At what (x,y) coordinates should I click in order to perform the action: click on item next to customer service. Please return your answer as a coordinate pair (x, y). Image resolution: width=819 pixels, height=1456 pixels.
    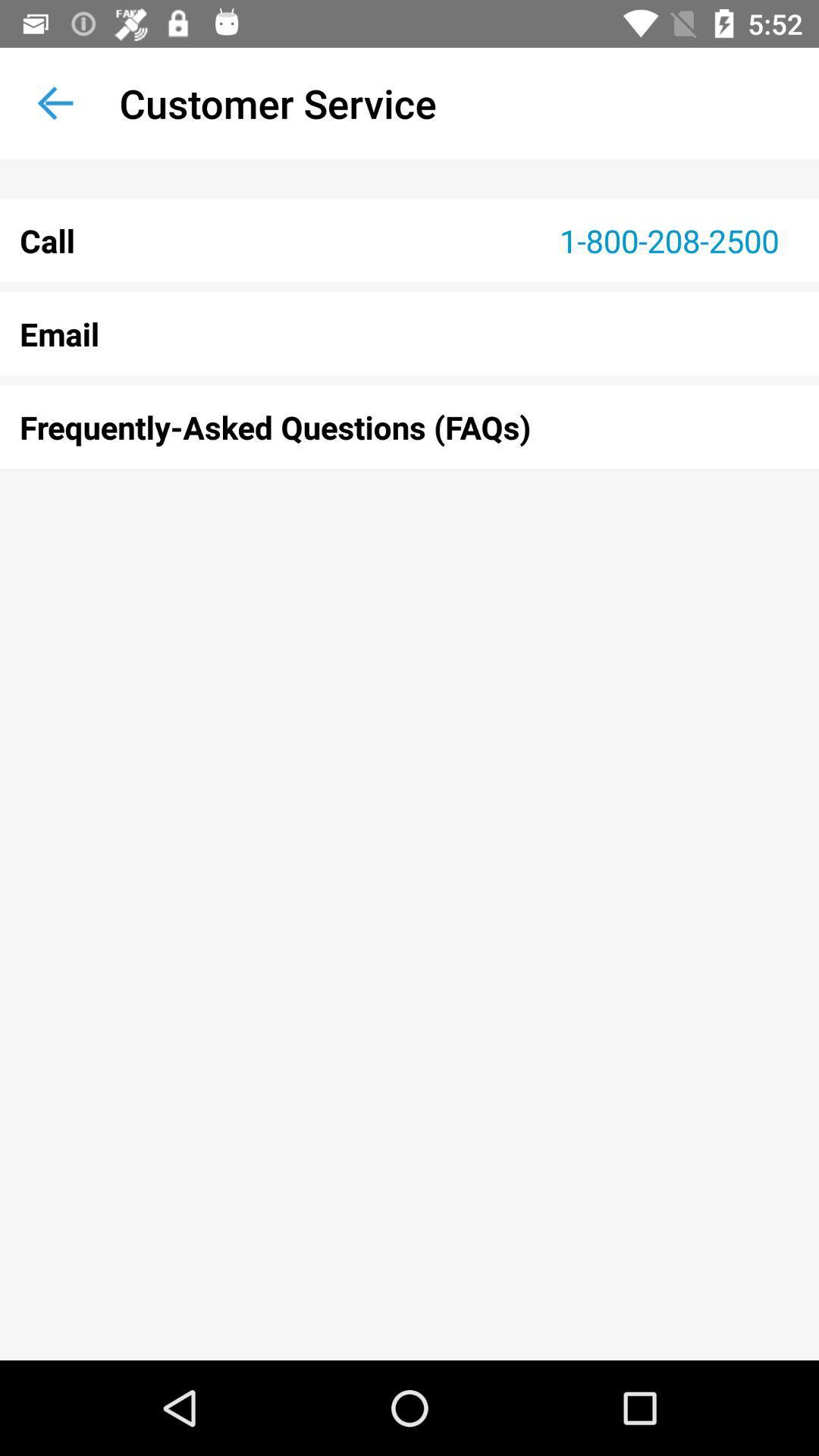
    Looking at the image, I should click on (55, 102).